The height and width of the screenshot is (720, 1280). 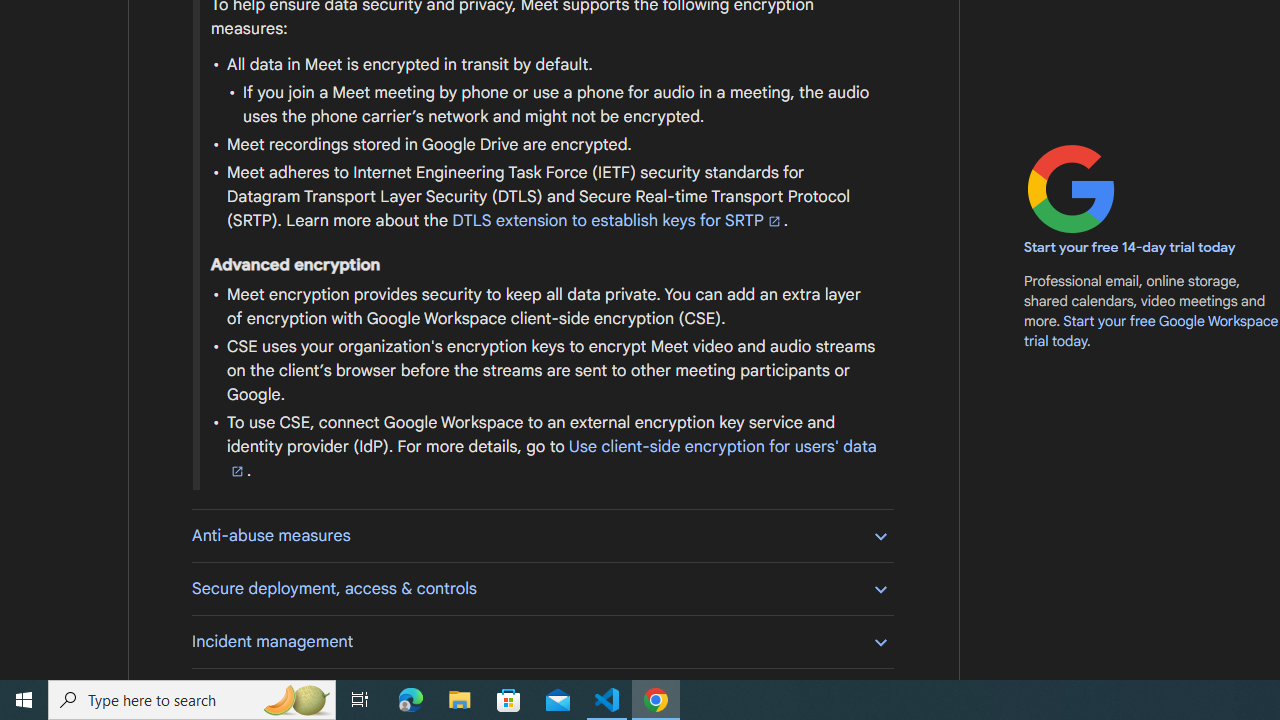 What do you see at coordinates (616, 221) in the screenshot?
I see `'DTLS extension to establish keys for SRTP'` at bounding box center [616, 221].